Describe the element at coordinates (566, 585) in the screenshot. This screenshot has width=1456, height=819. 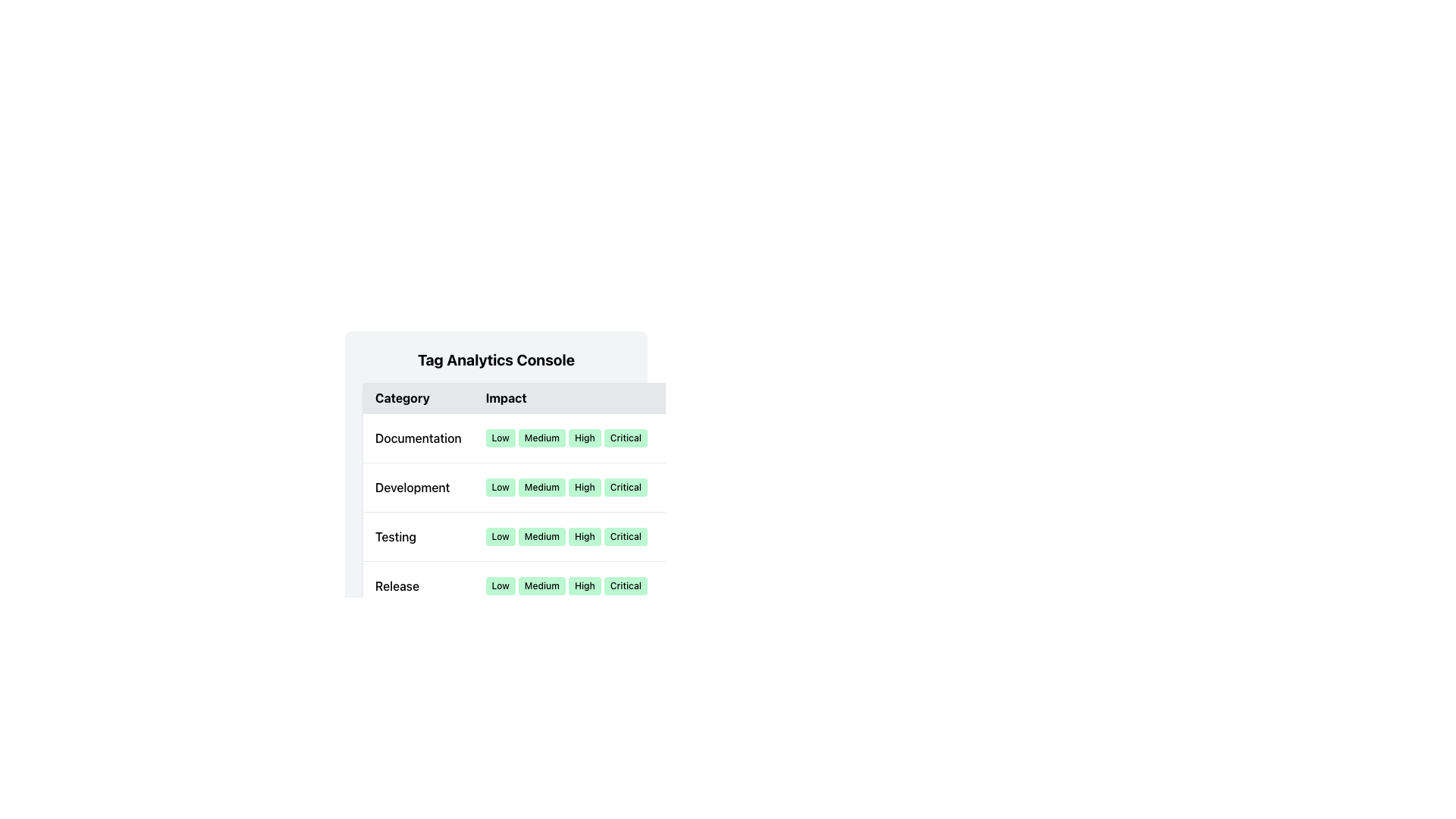
I see `the text on the group of labels indicating different levels of impact in the 'Release' category located in the last row of the table under the 'Impact' column in the 'Tag Analytics Console' section` at that location.